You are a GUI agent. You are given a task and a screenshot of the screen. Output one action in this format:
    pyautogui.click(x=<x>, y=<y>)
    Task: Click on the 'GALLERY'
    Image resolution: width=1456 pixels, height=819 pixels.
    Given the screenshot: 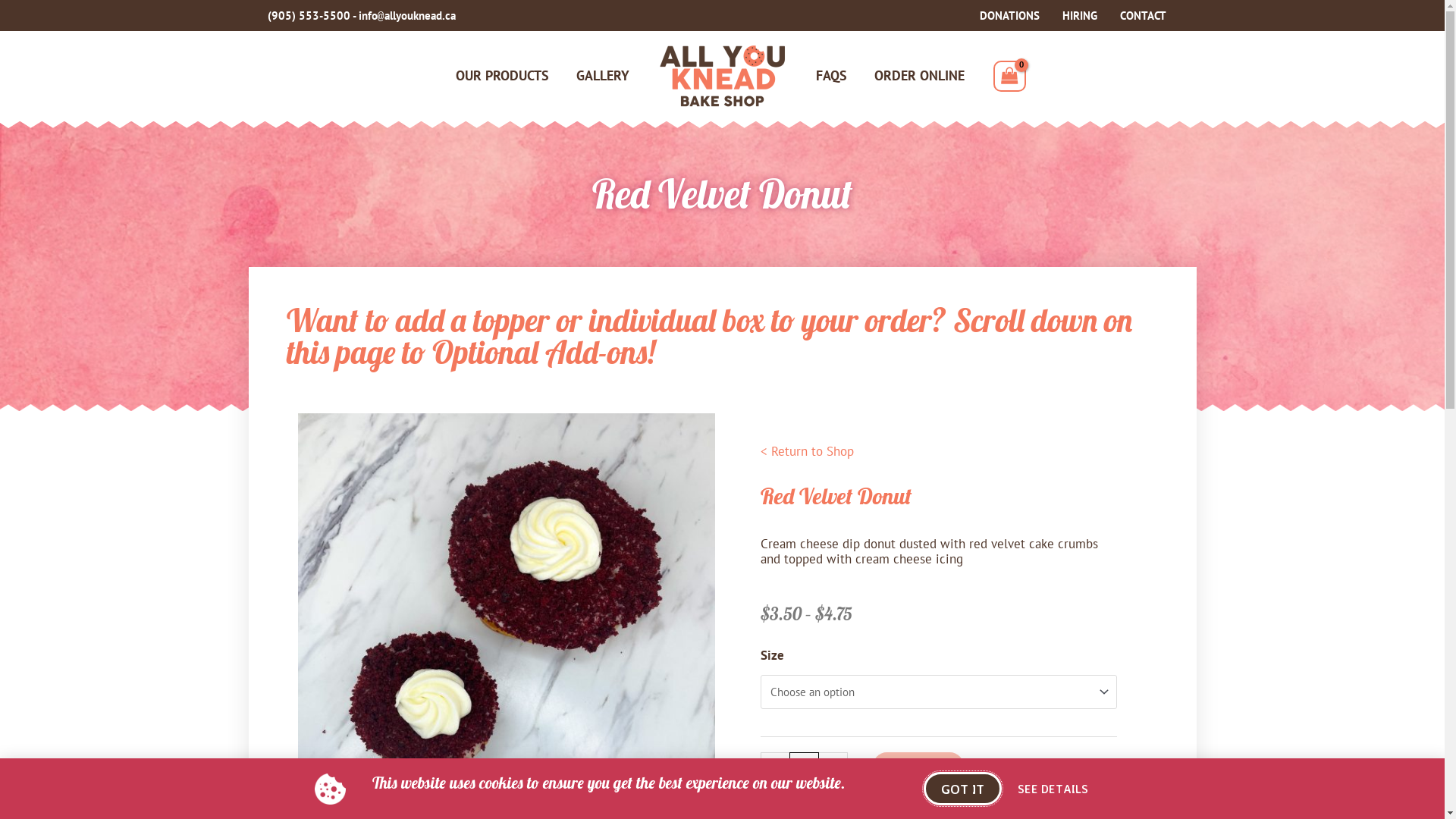 What is the action you would take?
    pyautogui.click(x=602, y=76)
    